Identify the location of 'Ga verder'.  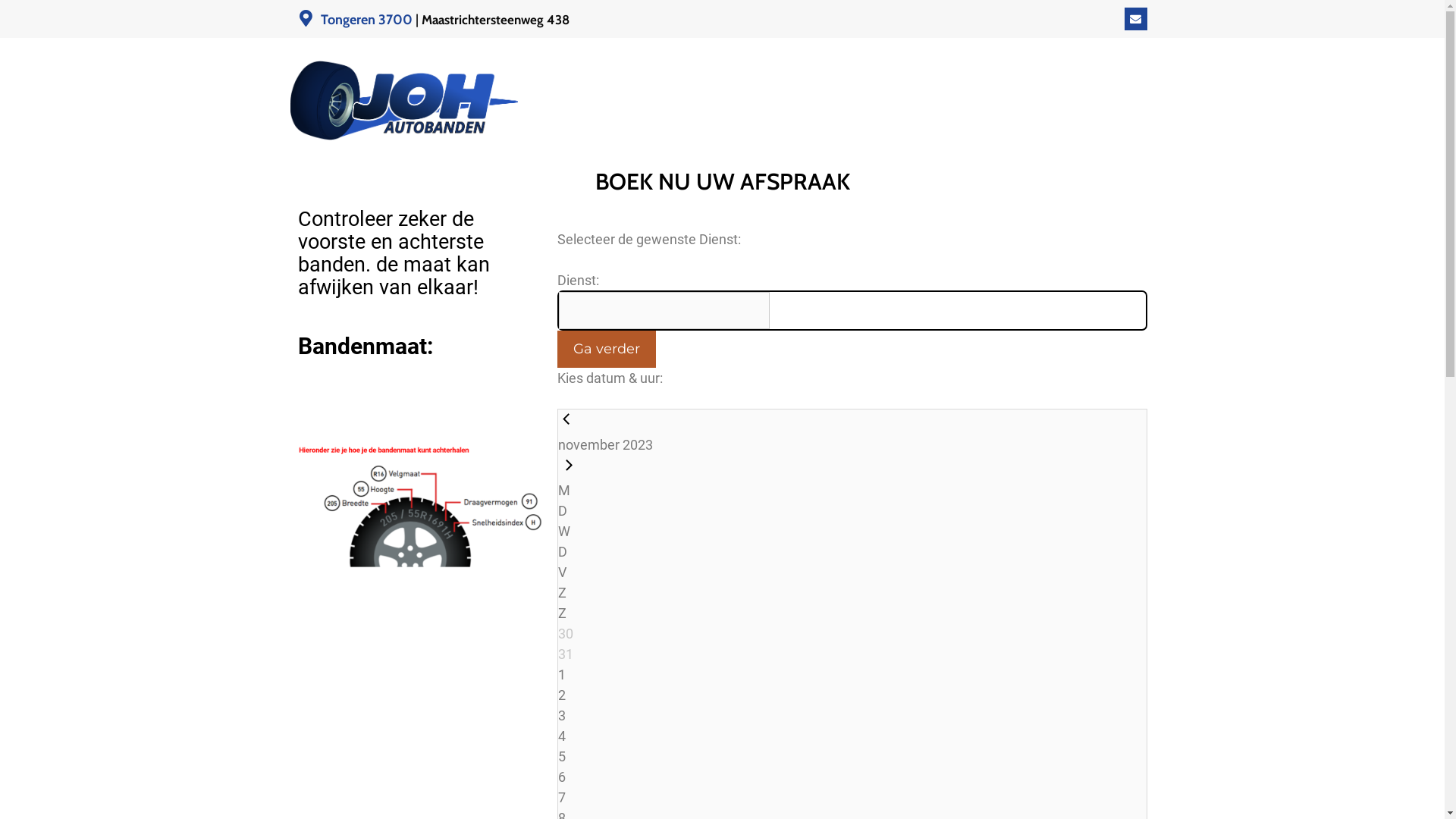
(604, 349).